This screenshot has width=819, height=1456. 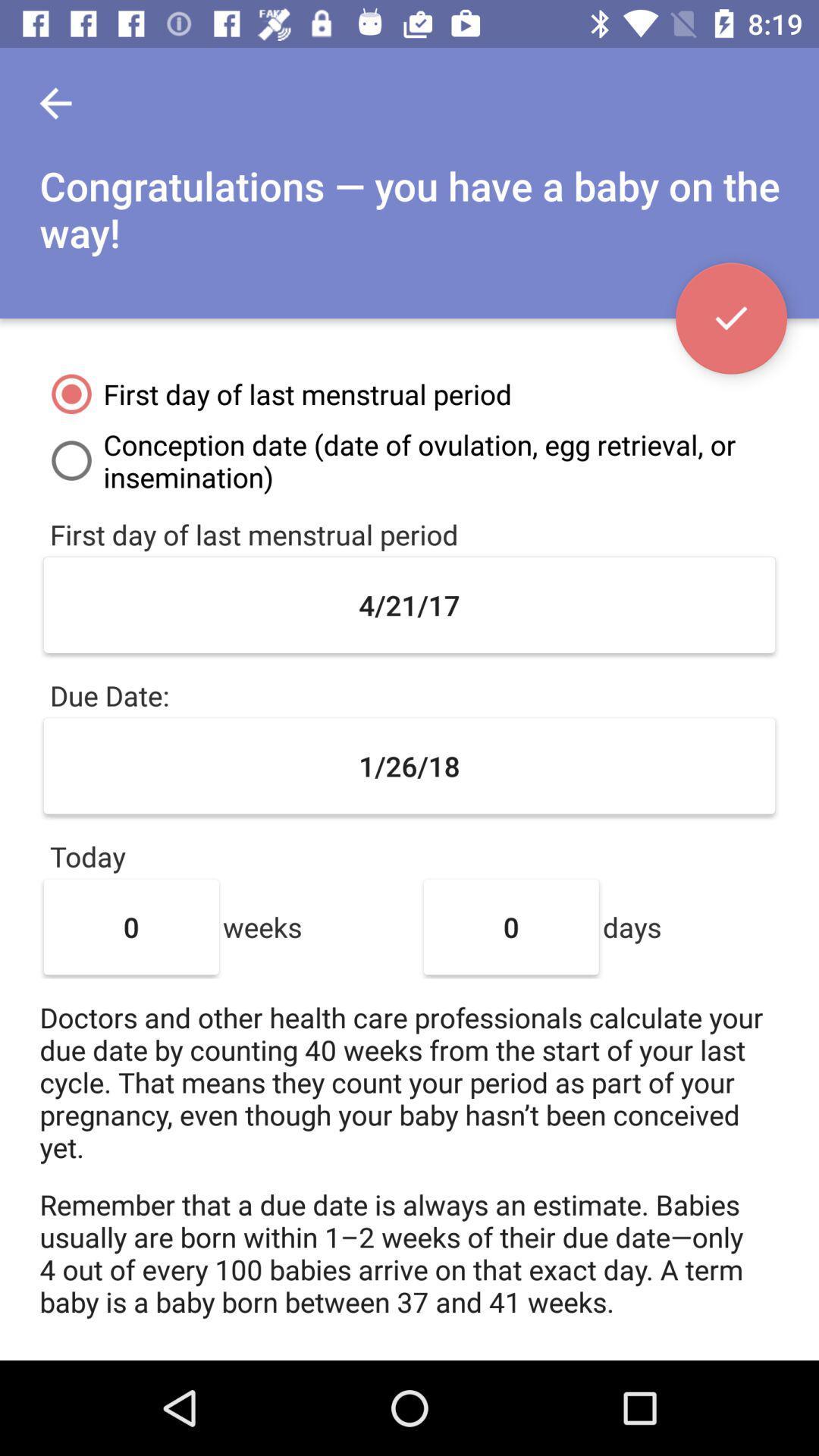 What do you see at coordinates (409, 766) in the screenshot?
I see `icon above the today item` at bounding box center [409, 766].